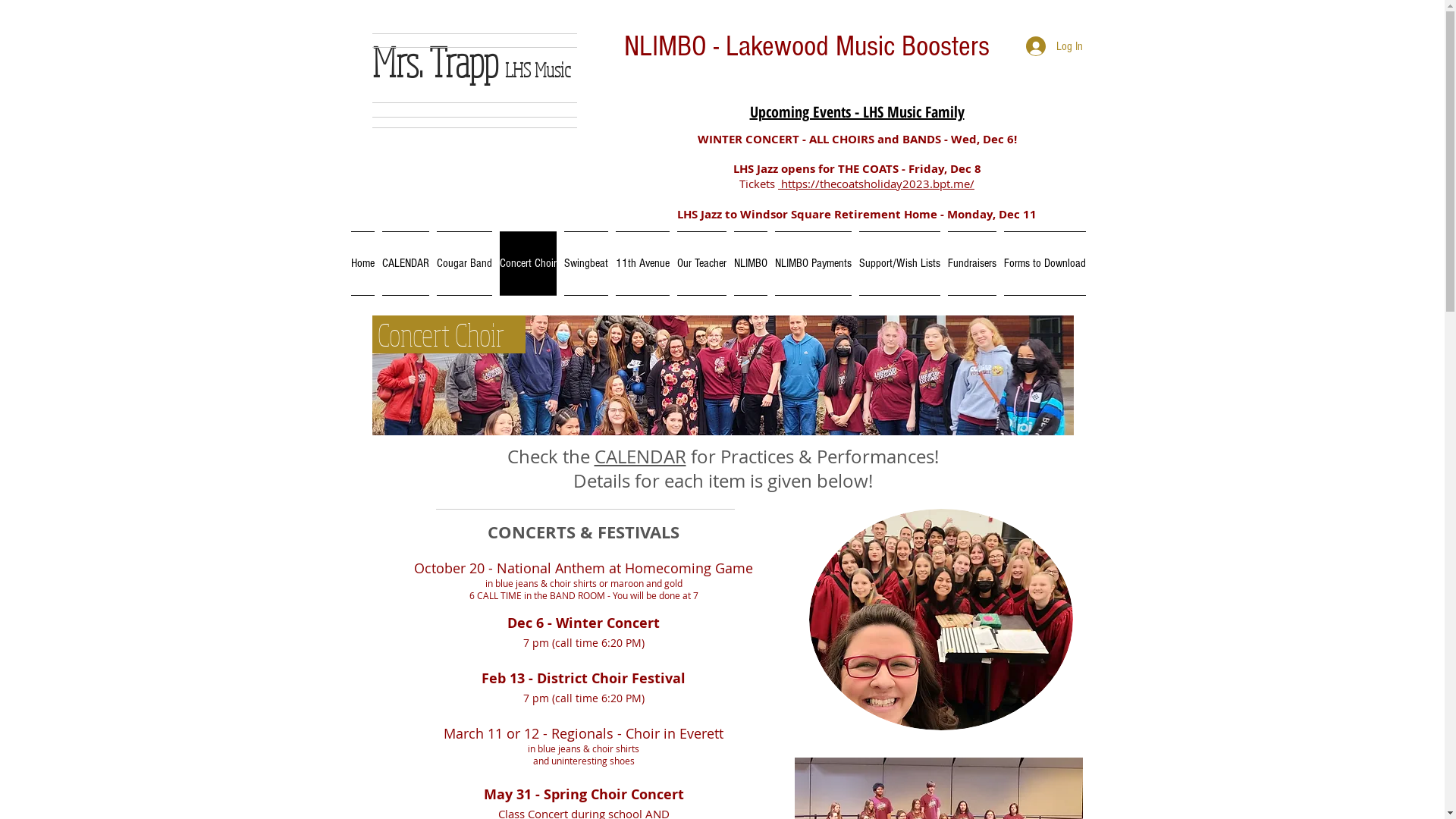 The height and width of the screenshot is (819, 1456). What do you see at coordinates (585, 262) in the screenshot?
I see `'Swingbeat'` at bounding box center [585, 262].